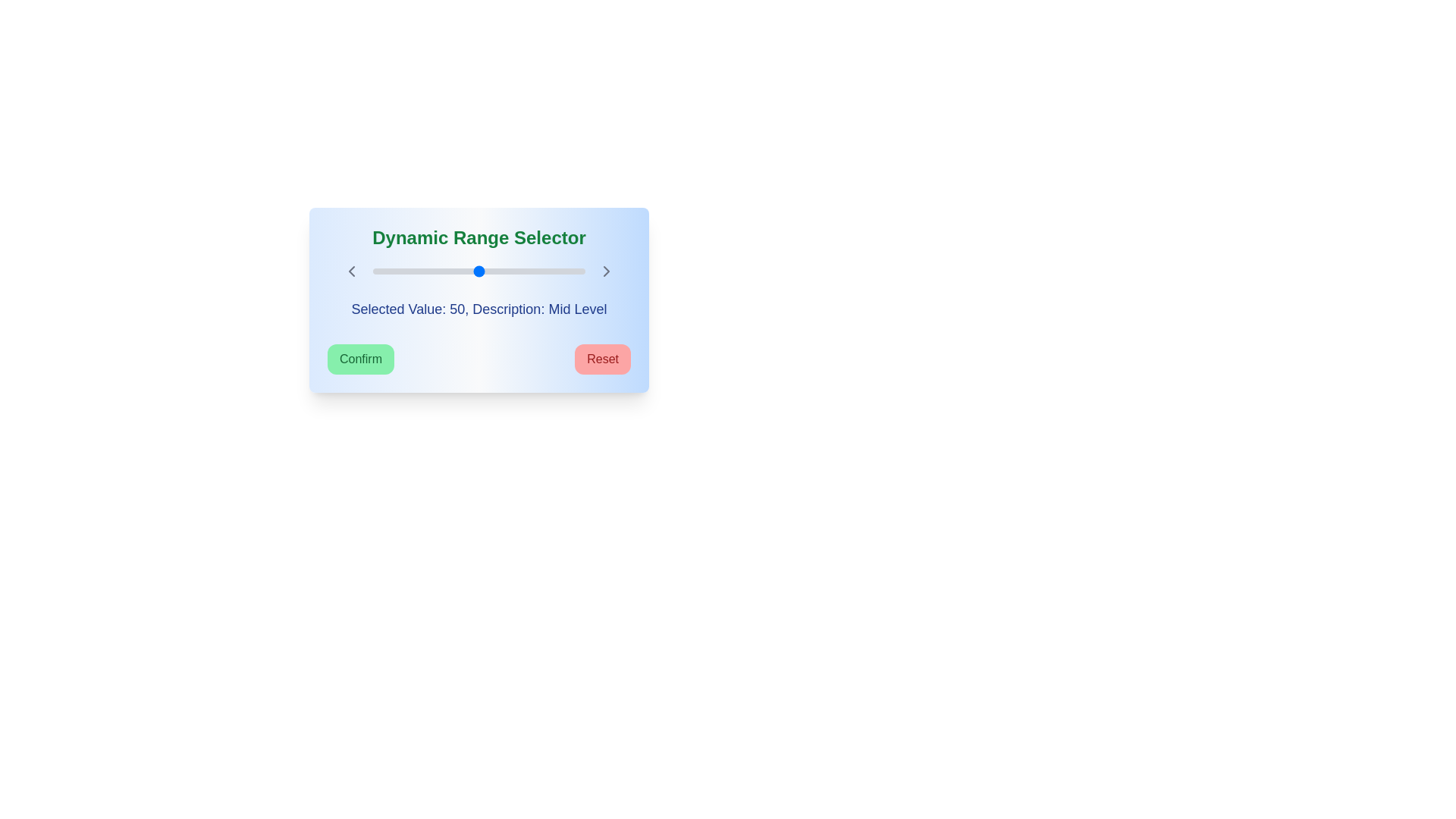 Image resolution: width=1456 pixels, height=819 pixels. I want to click on the reset button located on the right side of the 'Confirm' button in the dynamic range selector interface, so click(602, 359).